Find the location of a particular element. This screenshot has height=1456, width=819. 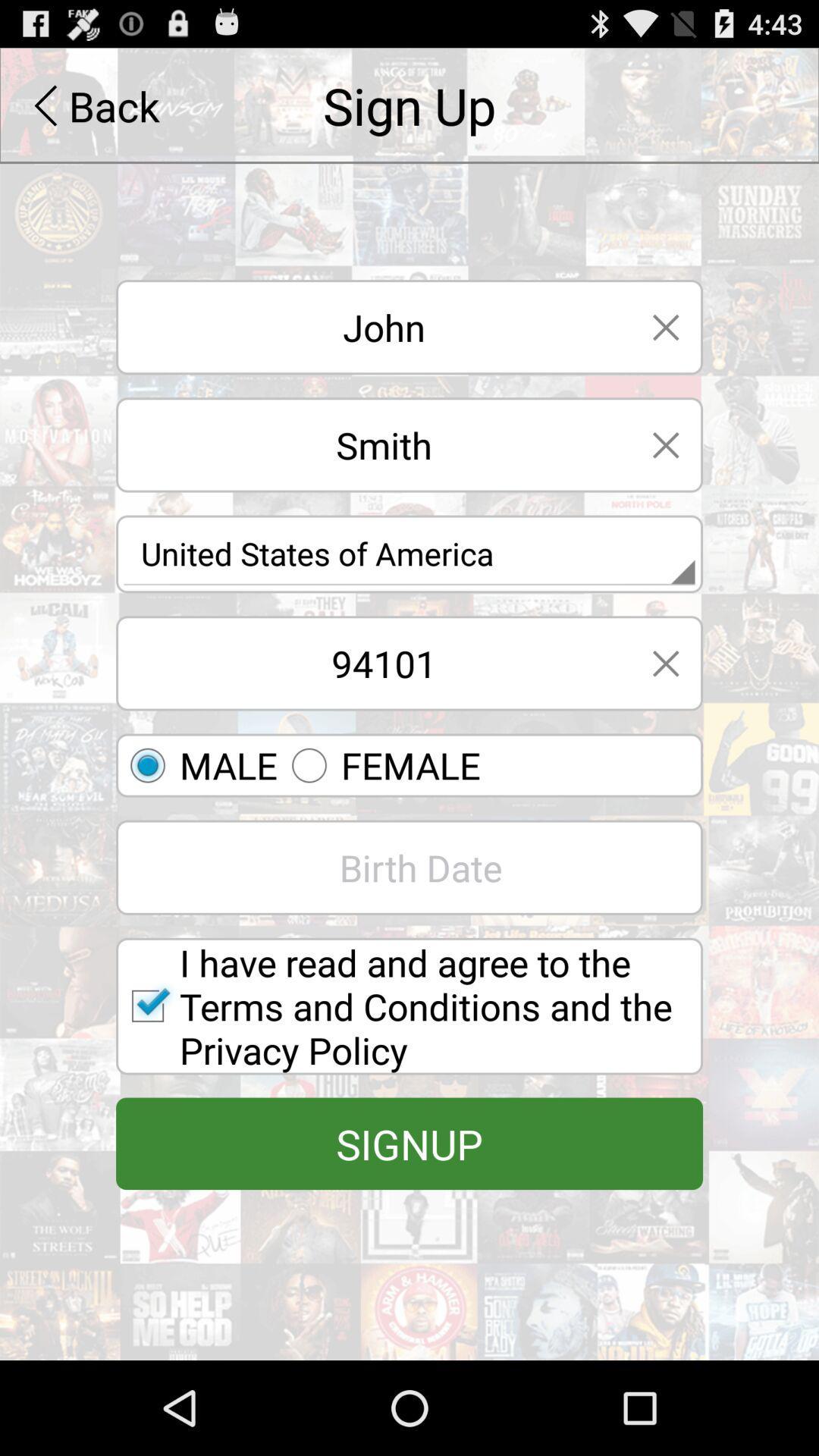

delete data is located at coordinates (665, 444).